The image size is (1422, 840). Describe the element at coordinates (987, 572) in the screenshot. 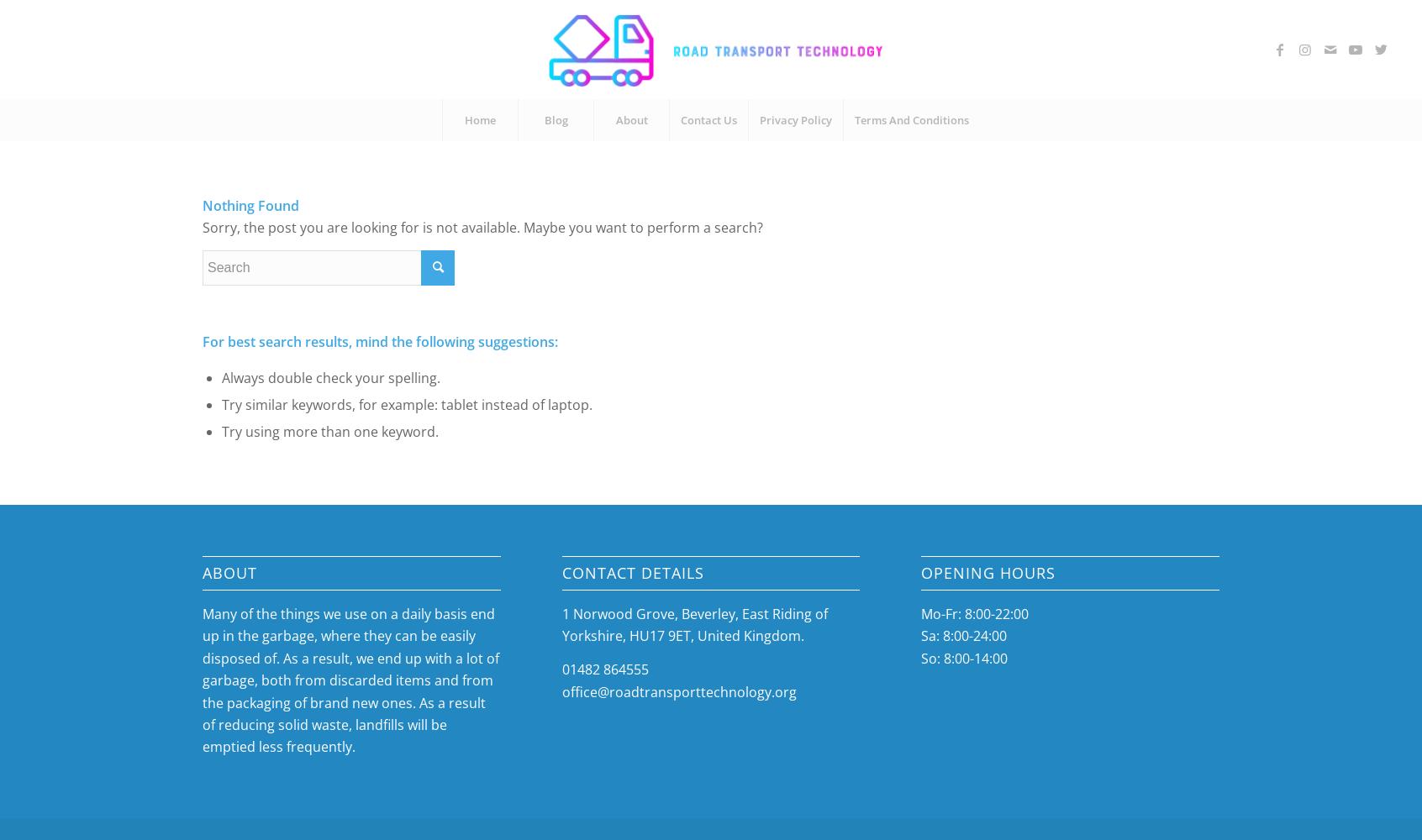

I see `'Opening Hours'` at that location.